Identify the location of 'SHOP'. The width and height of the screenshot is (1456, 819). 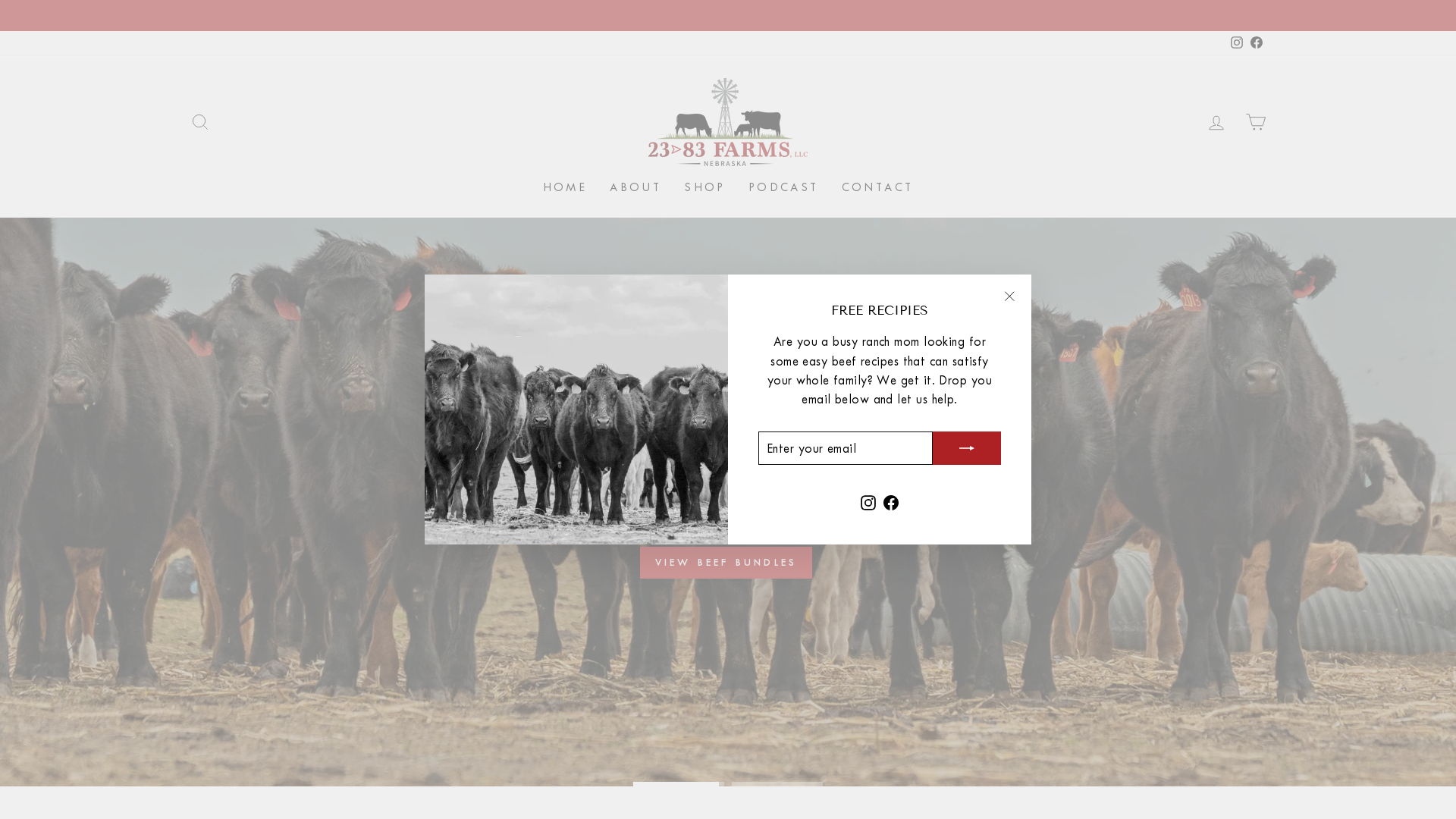
(704, 187).